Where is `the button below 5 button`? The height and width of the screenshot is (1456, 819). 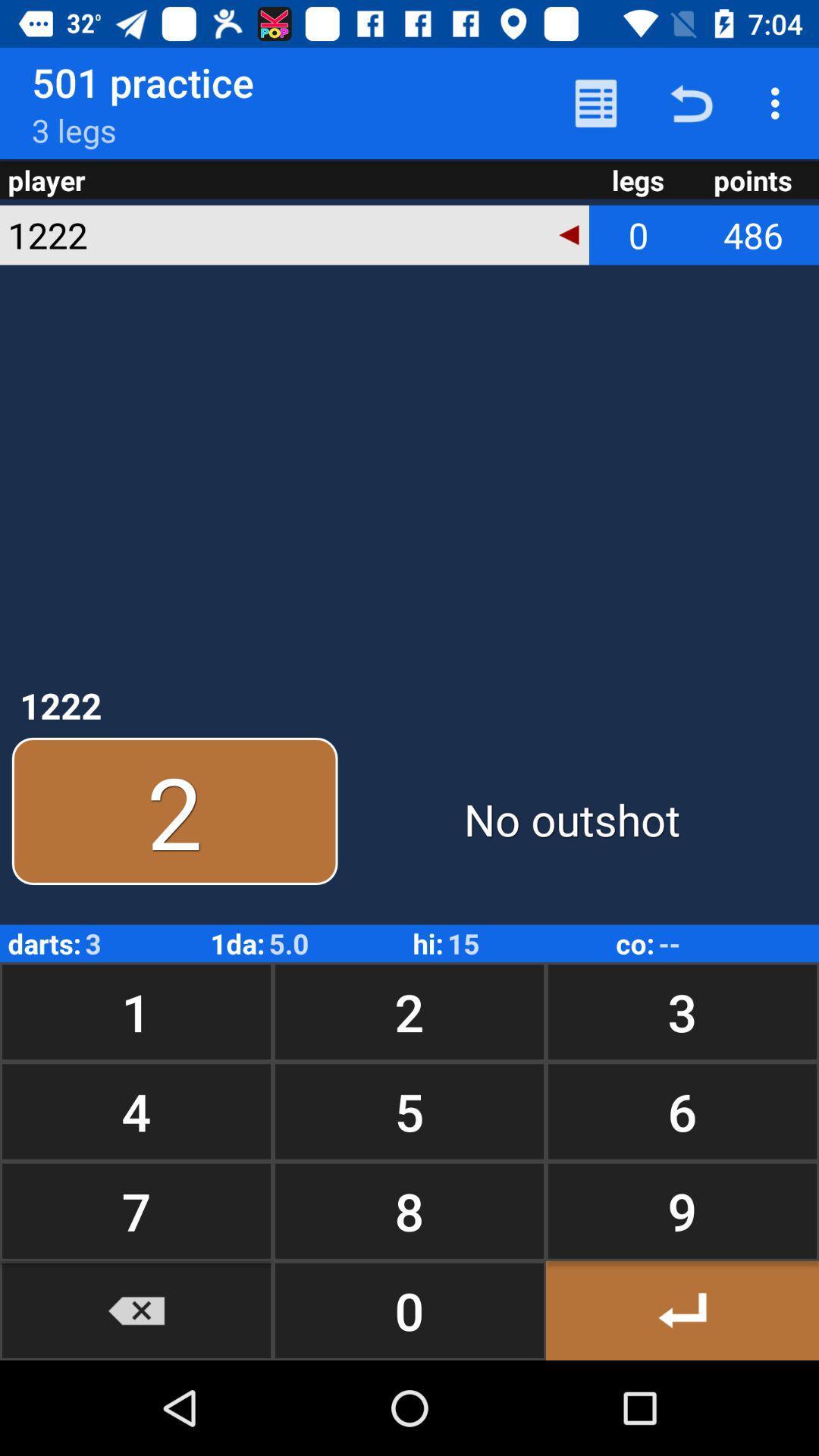
the button below 5 button is located at coordinates (681, 1210).